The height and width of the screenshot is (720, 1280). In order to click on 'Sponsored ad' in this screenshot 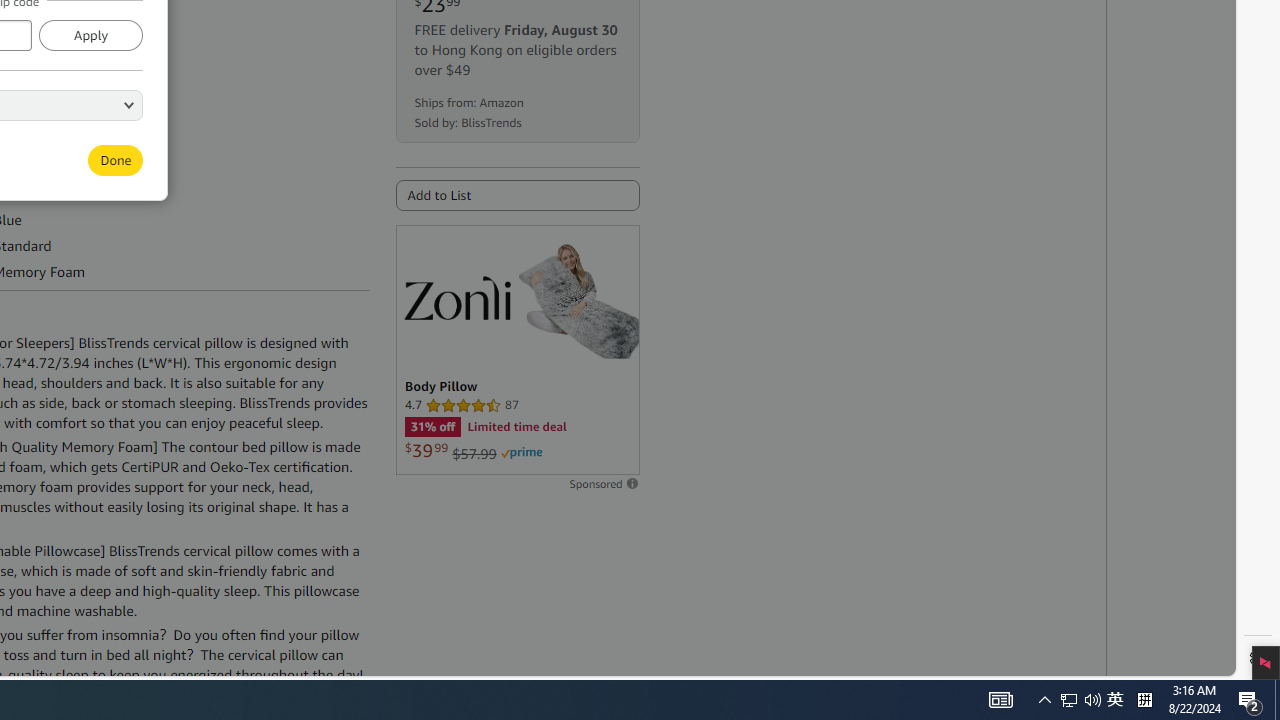, I will do `click(517, 348)`.